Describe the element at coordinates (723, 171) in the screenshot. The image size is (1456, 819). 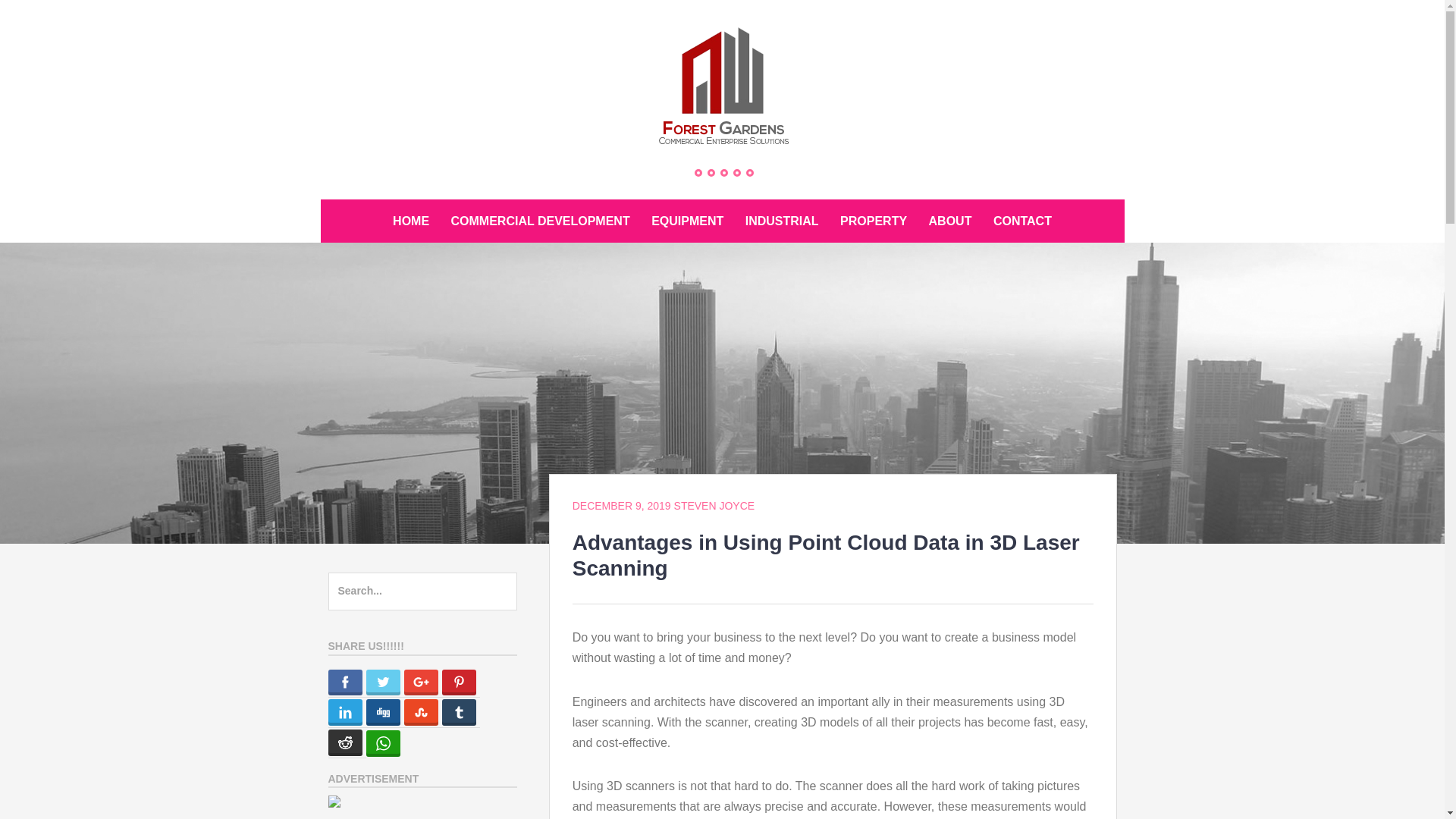
I see `'Contact Us'` at that location.